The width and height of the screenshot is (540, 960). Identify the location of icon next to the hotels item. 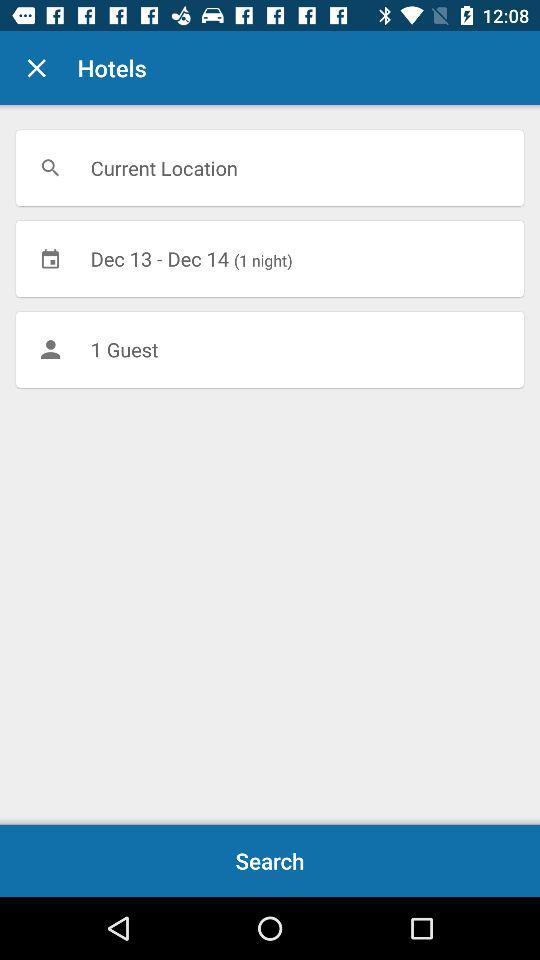
(36, 68).